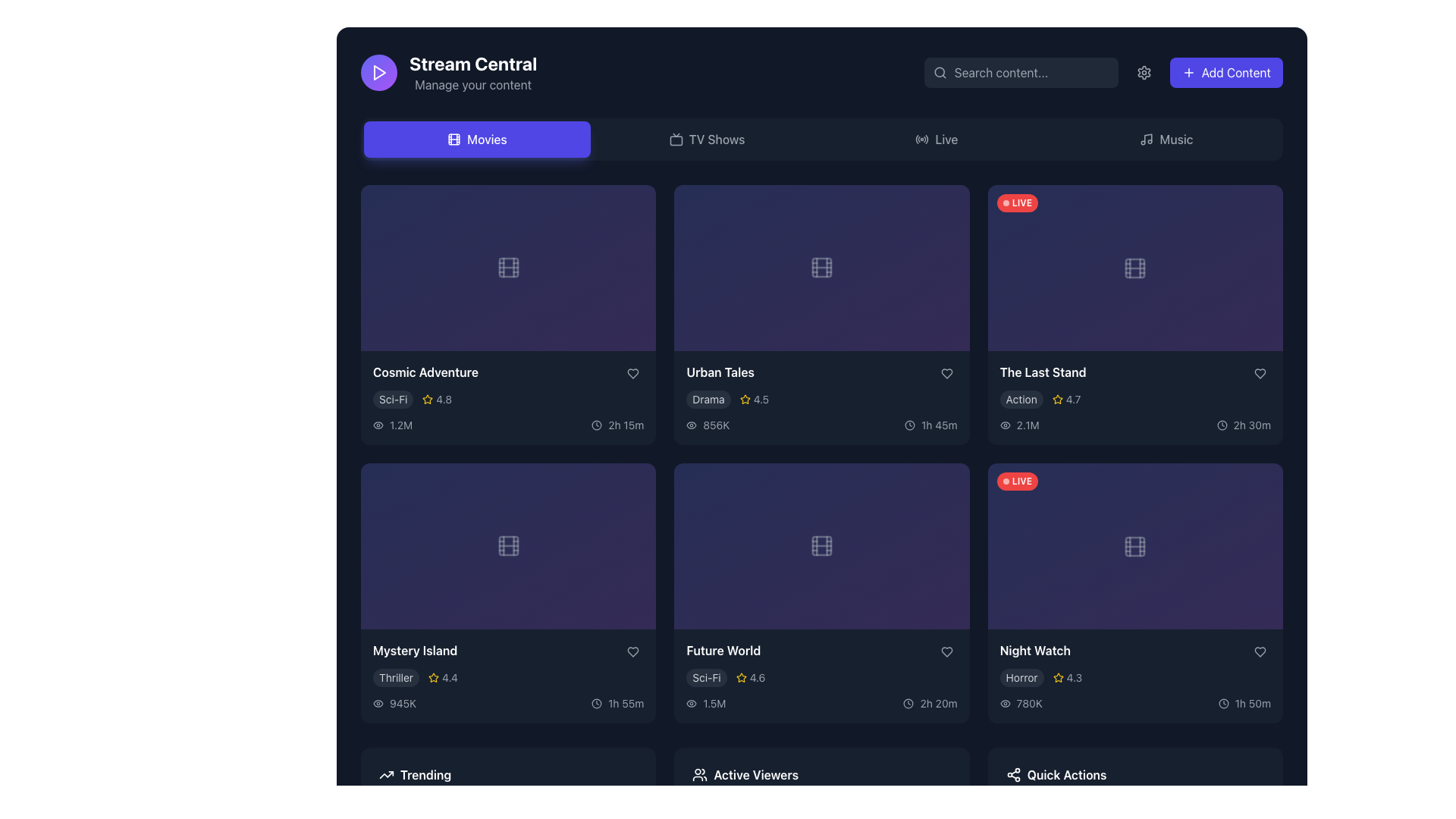  Describe the element at coordinates (1188, 73) in the screenshot. I see `the plus icon embedded in the 'Add Content' button, which has a bright indigo background and white text, located at the top-right corner of the interface` at that location.